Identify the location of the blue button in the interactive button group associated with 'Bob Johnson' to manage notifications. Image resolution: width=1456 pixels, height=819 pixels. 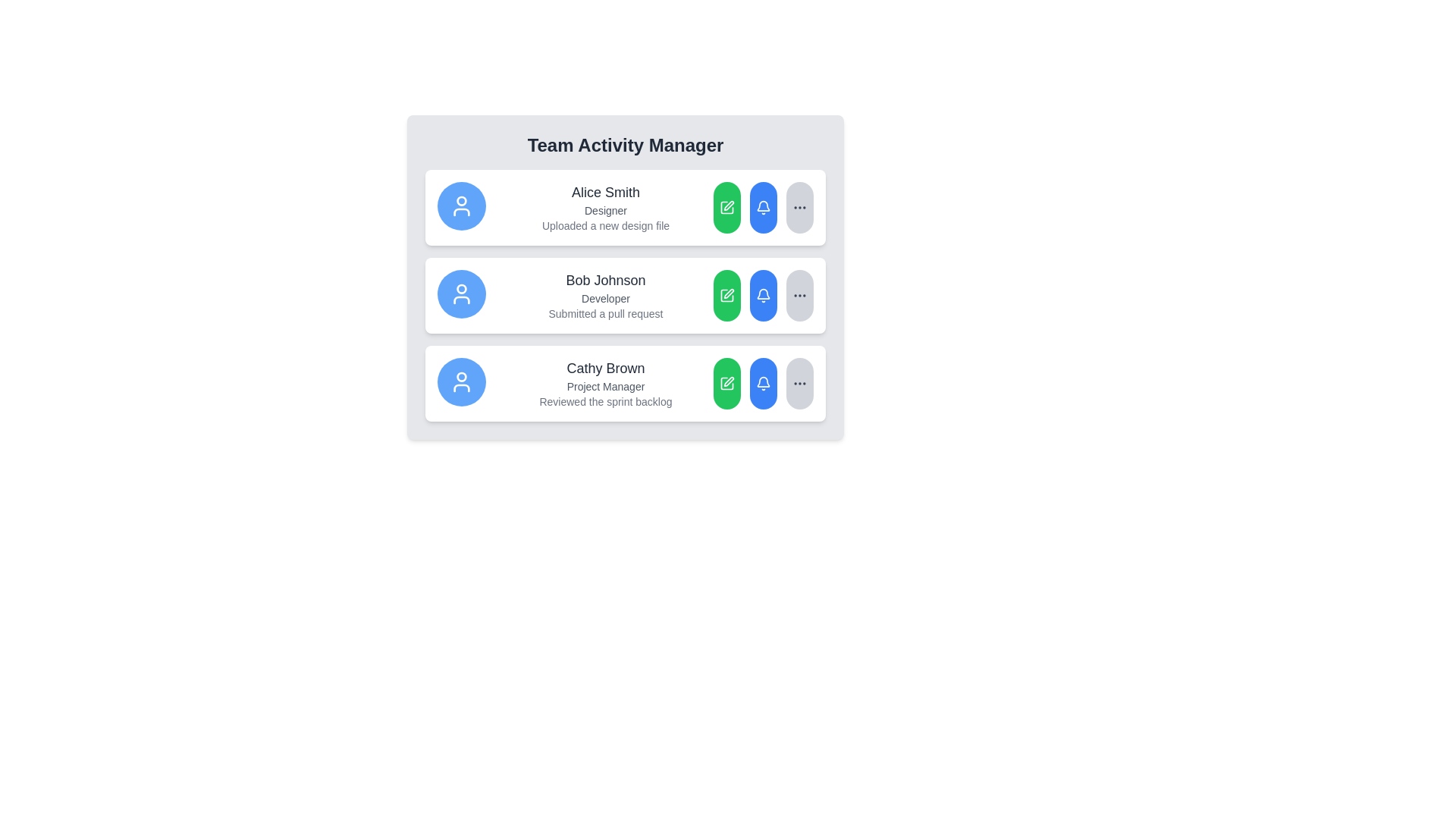
(764, 295).